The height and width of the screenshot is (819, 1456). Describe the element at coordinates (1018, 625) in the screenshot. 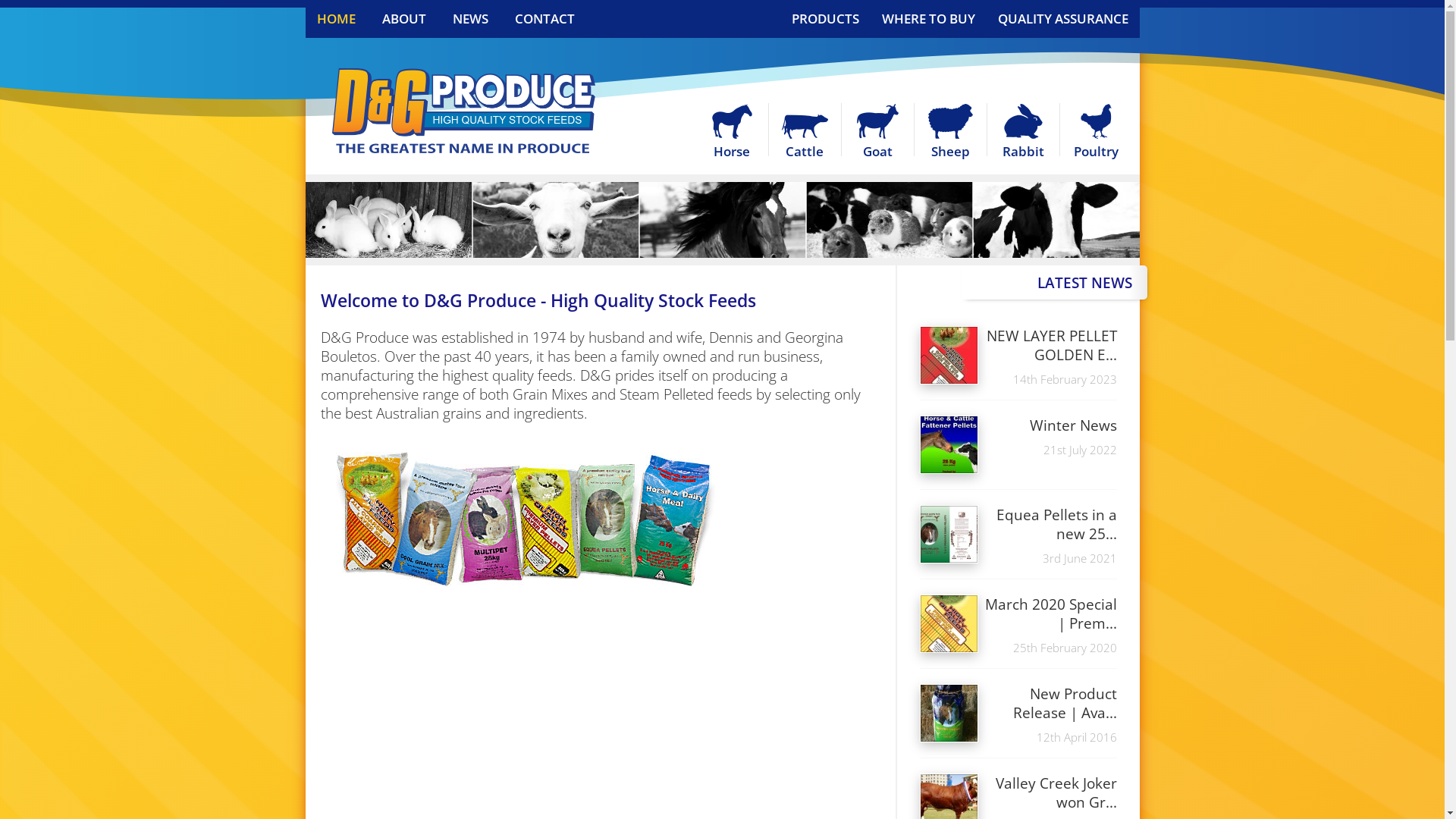

I see `'March 2020 Special | Prem...` at that location.